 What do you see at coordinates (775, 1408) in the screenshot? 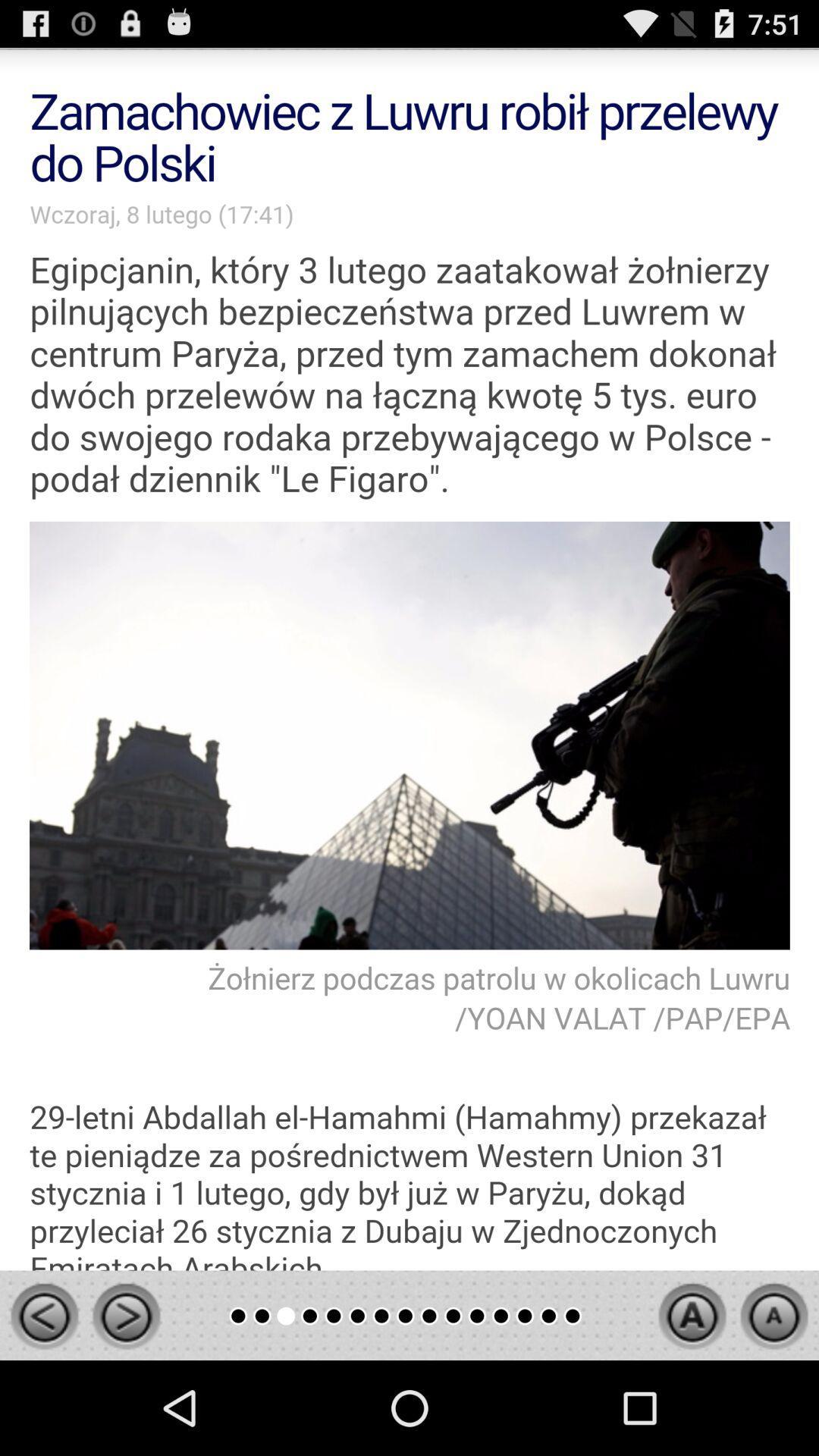
I see `the arrow_upward icon` at bounding box center [775, 1408].